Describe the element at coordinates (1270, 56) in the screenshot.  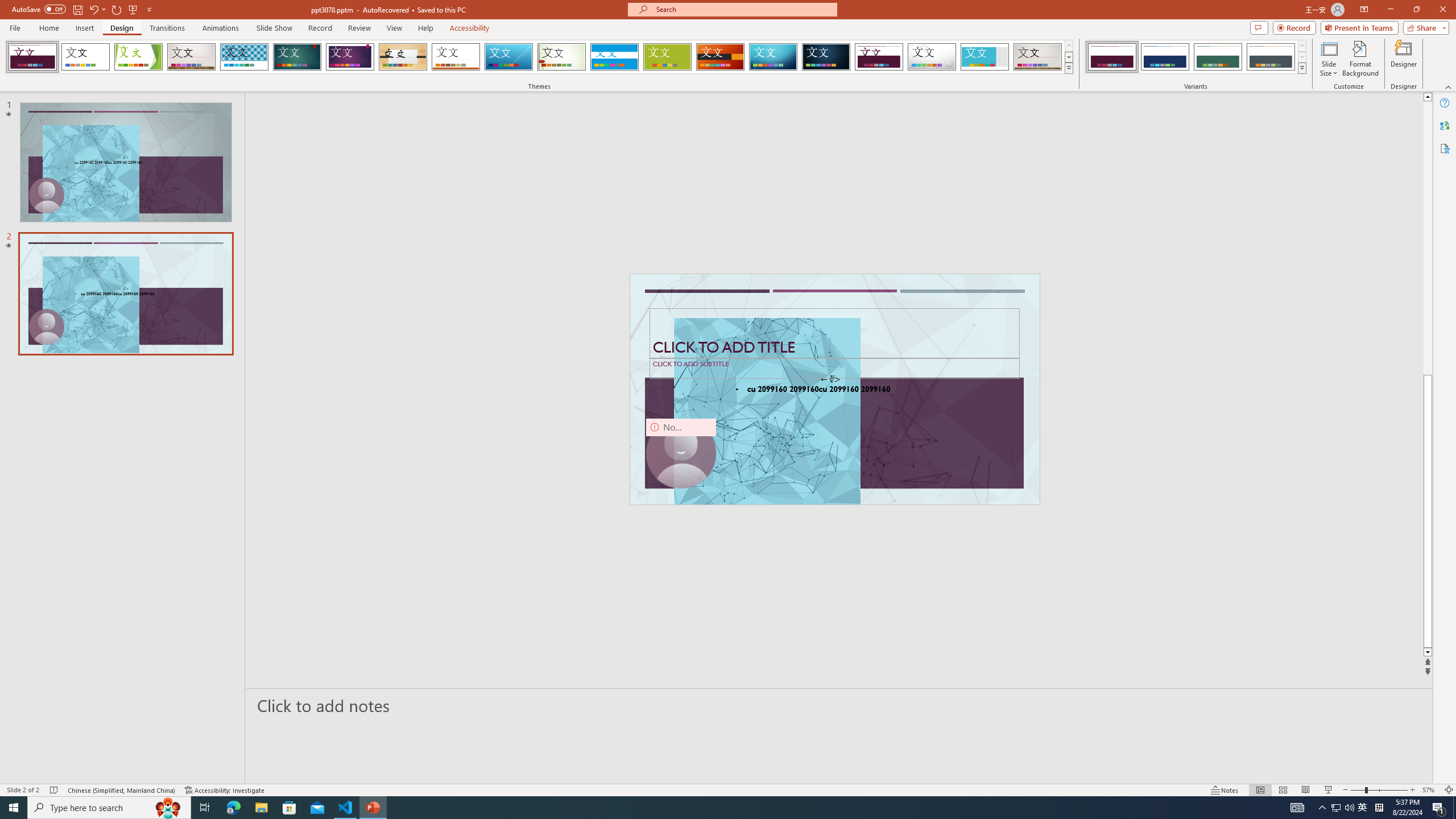
I see `'Dividend Variant 4'` at that location.